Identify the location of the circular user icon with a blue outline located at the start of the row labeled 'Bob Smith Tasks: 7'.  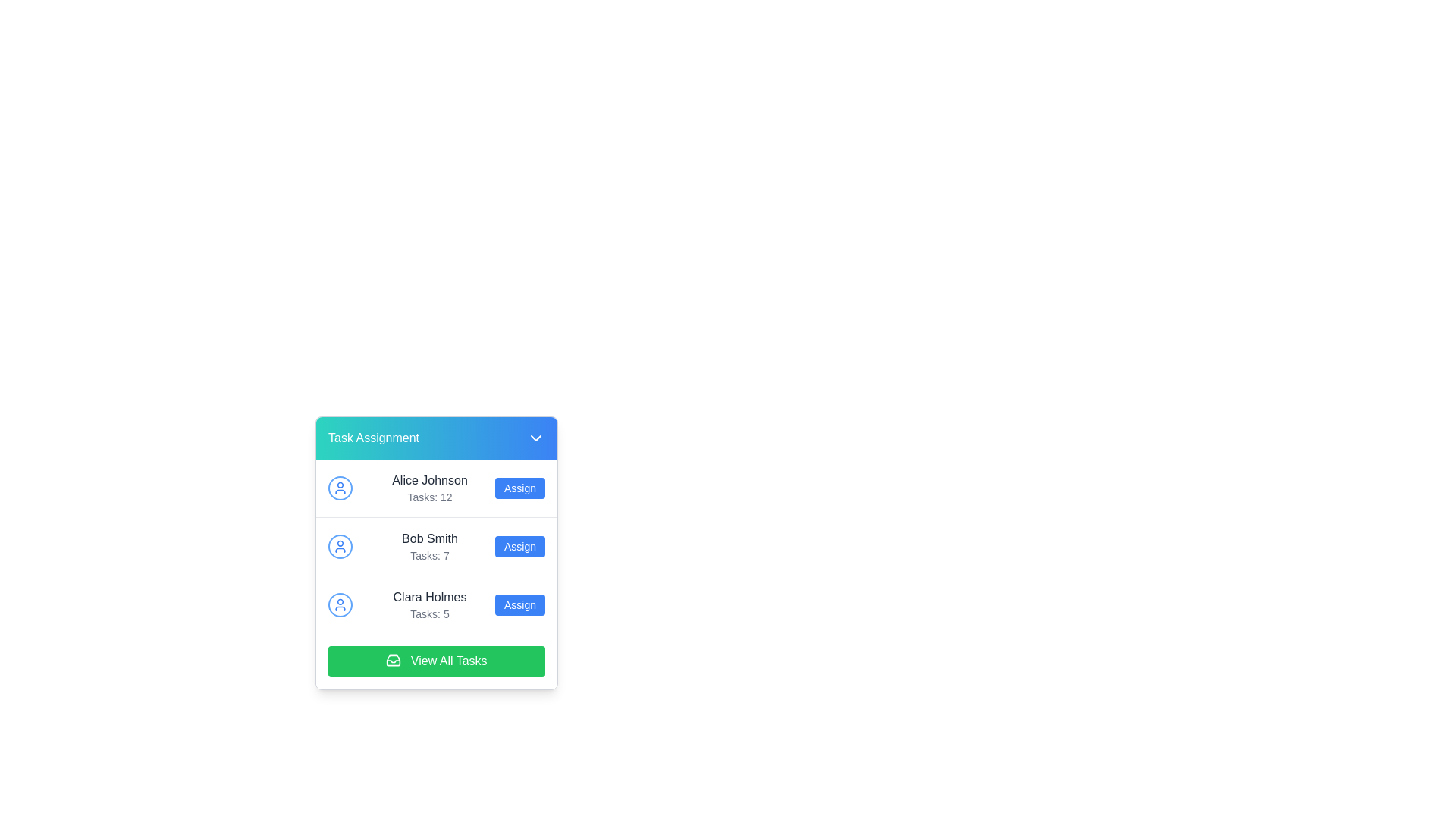
(340, 547).